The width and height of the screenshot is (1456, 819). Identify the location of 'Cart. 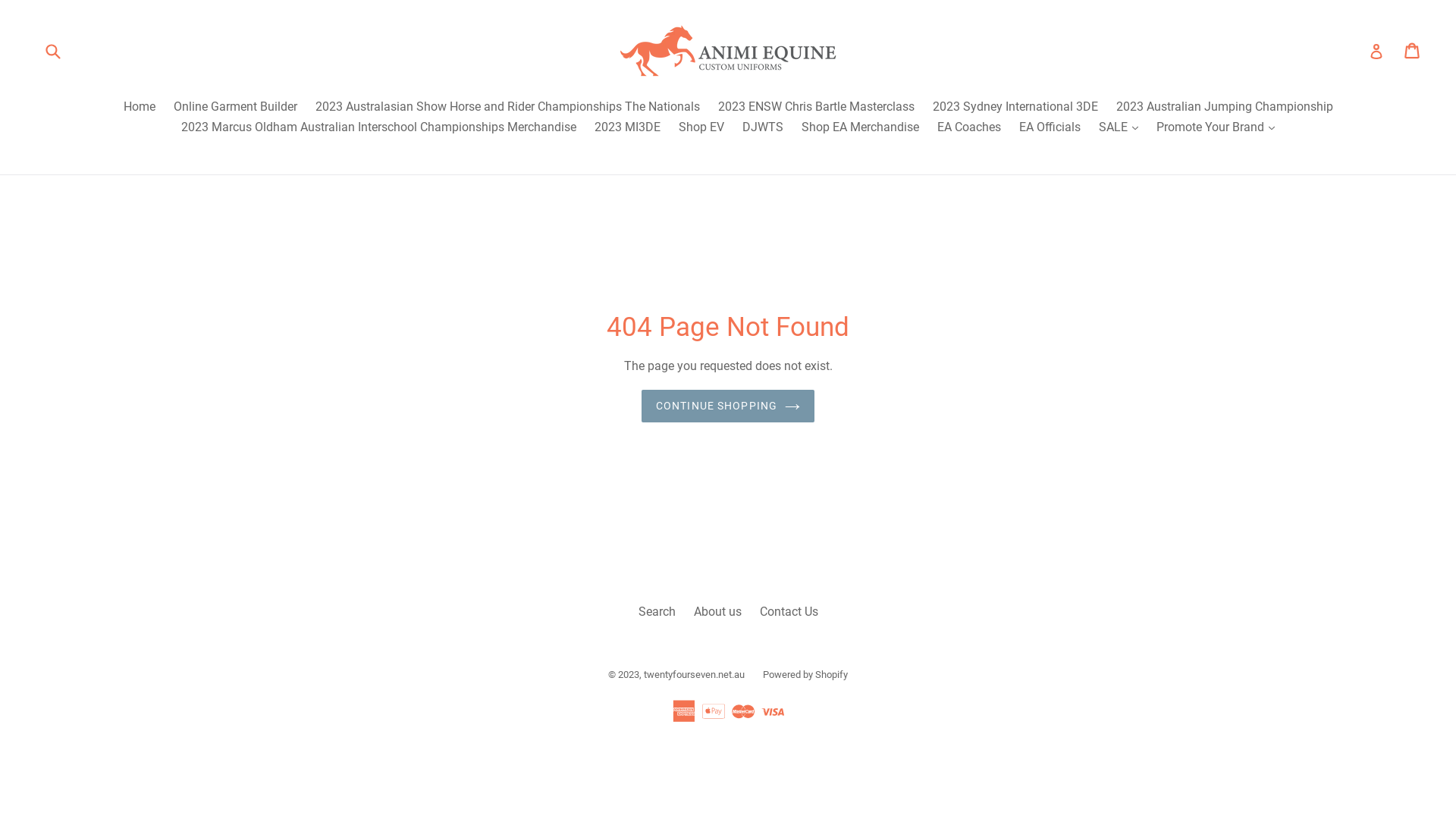
(1412, 49).